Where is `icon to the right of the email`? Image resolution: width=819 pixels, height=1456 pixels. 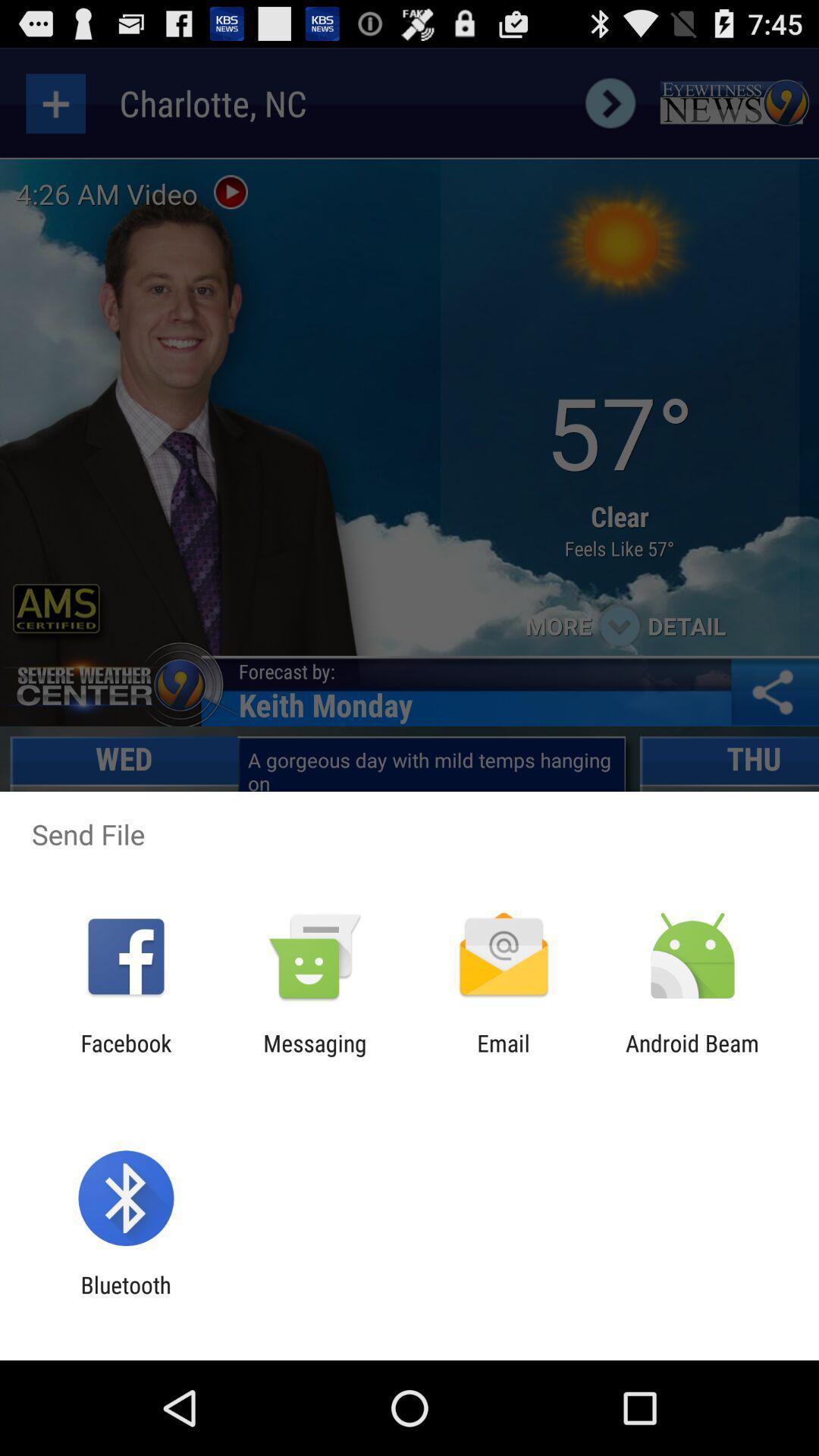
icon to the right of the email is located at coordinates (692, 1056).